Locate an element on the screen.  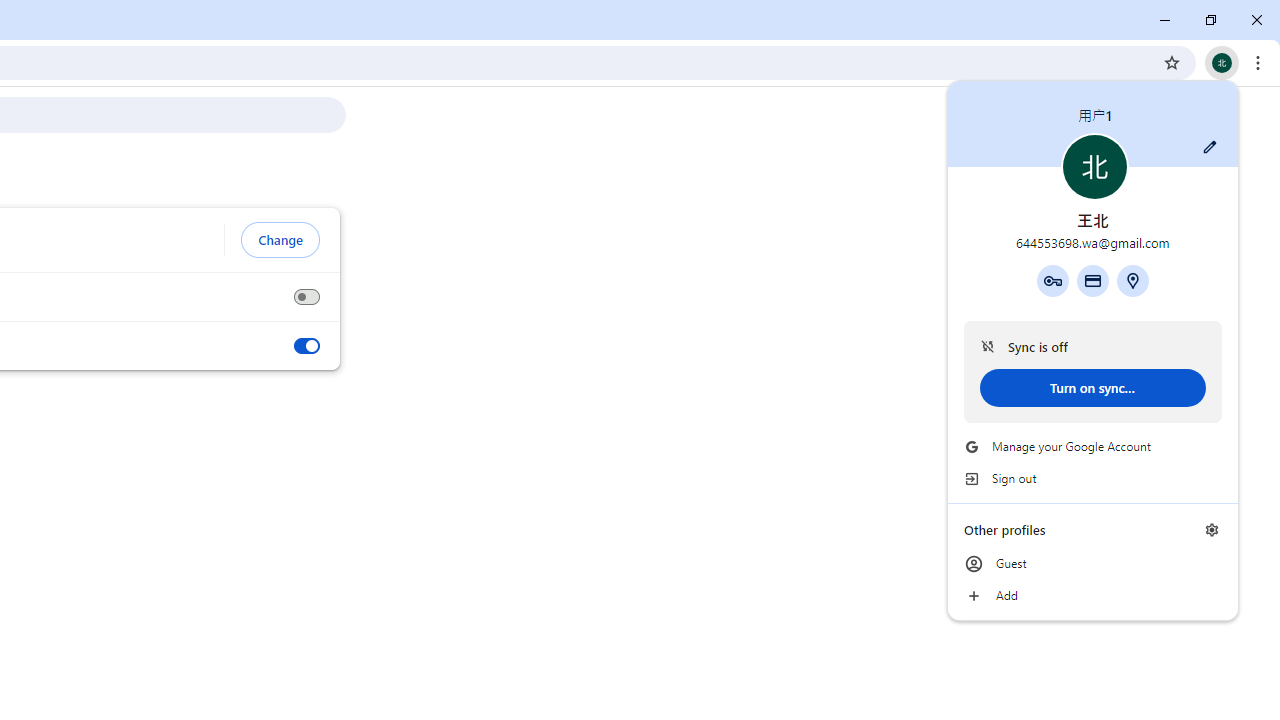
'Show downloads when they' is located at coordinates (305, 345).